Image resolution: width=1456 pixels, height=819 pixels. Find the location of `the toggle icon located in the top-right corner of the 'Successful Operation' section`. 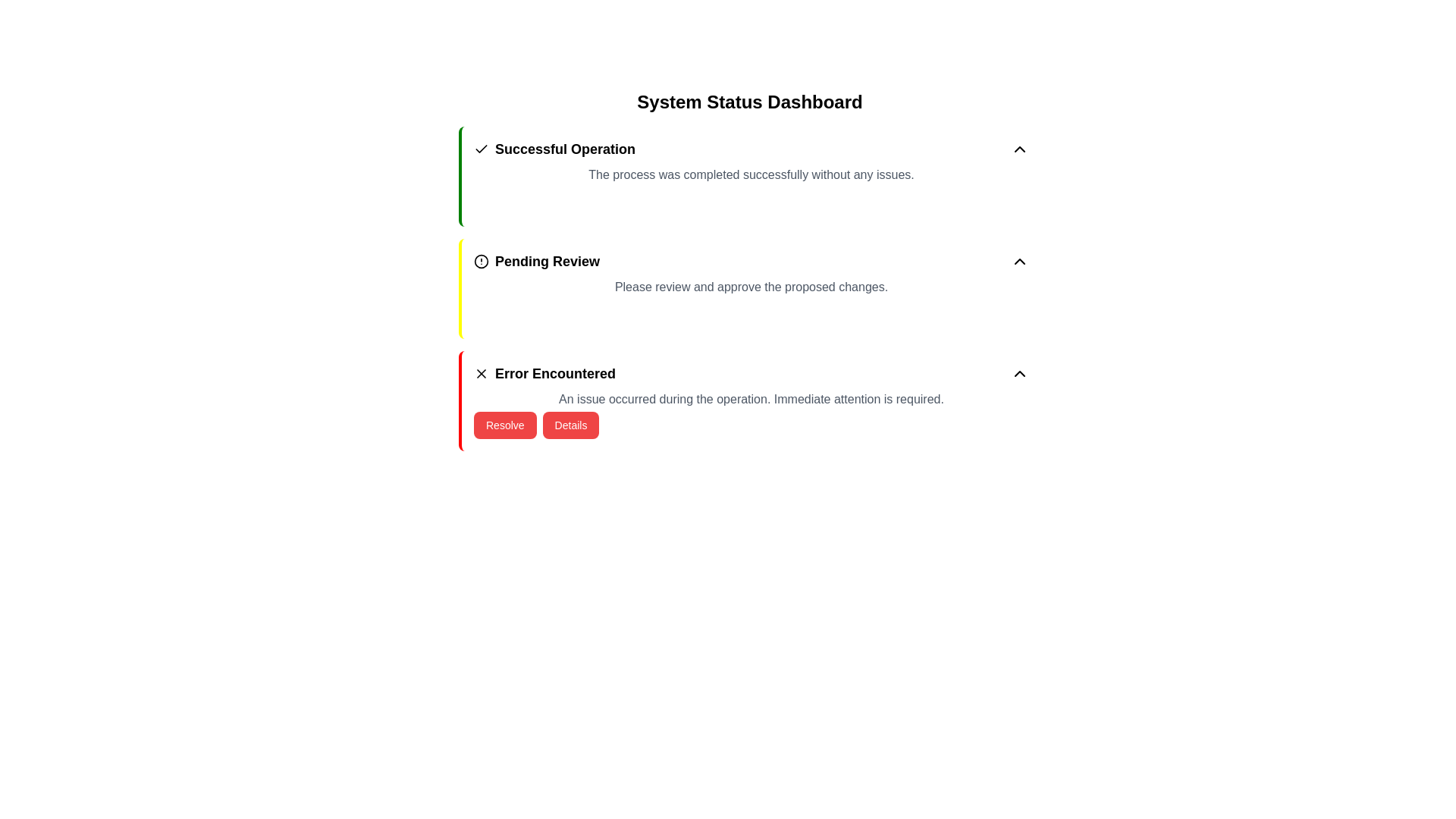

the toggle icon located in the top-right corner of the 'Successful Operation' section is located at coordinates (1019, 149).